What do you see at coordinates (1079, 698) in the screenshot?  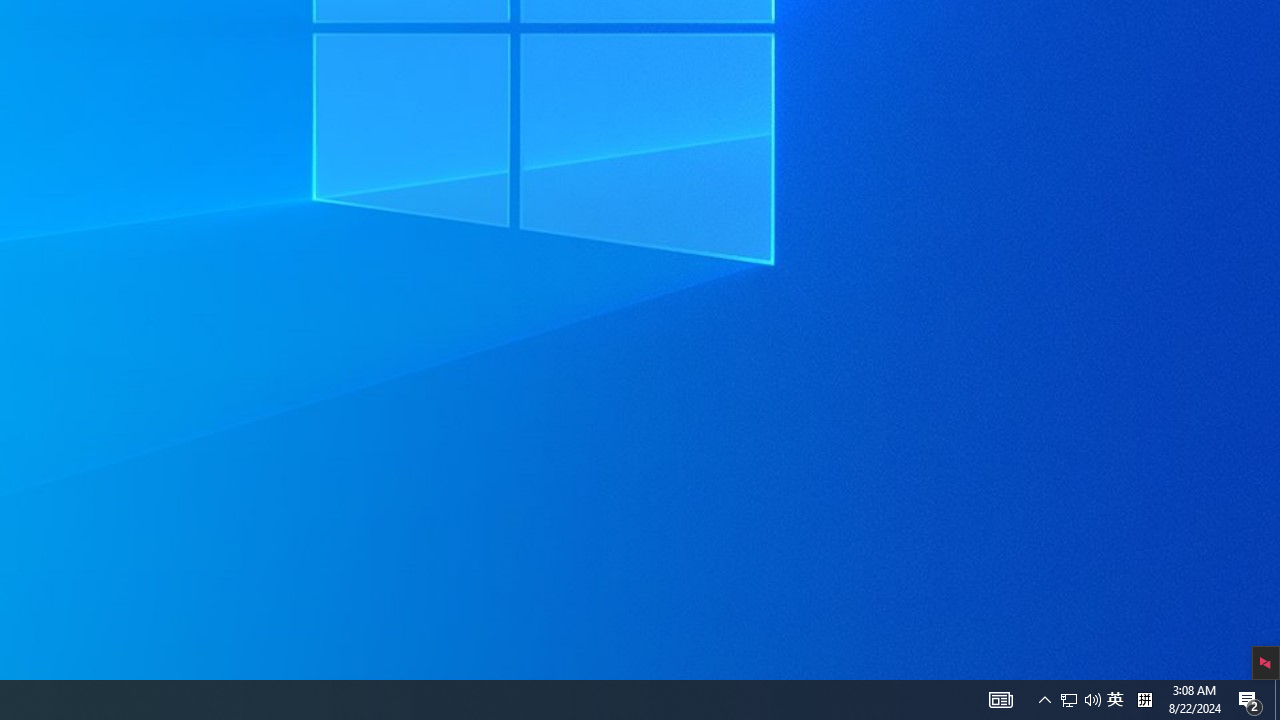 I see `'User Promoted Notification Area'` at bounding box center [1079, 698].